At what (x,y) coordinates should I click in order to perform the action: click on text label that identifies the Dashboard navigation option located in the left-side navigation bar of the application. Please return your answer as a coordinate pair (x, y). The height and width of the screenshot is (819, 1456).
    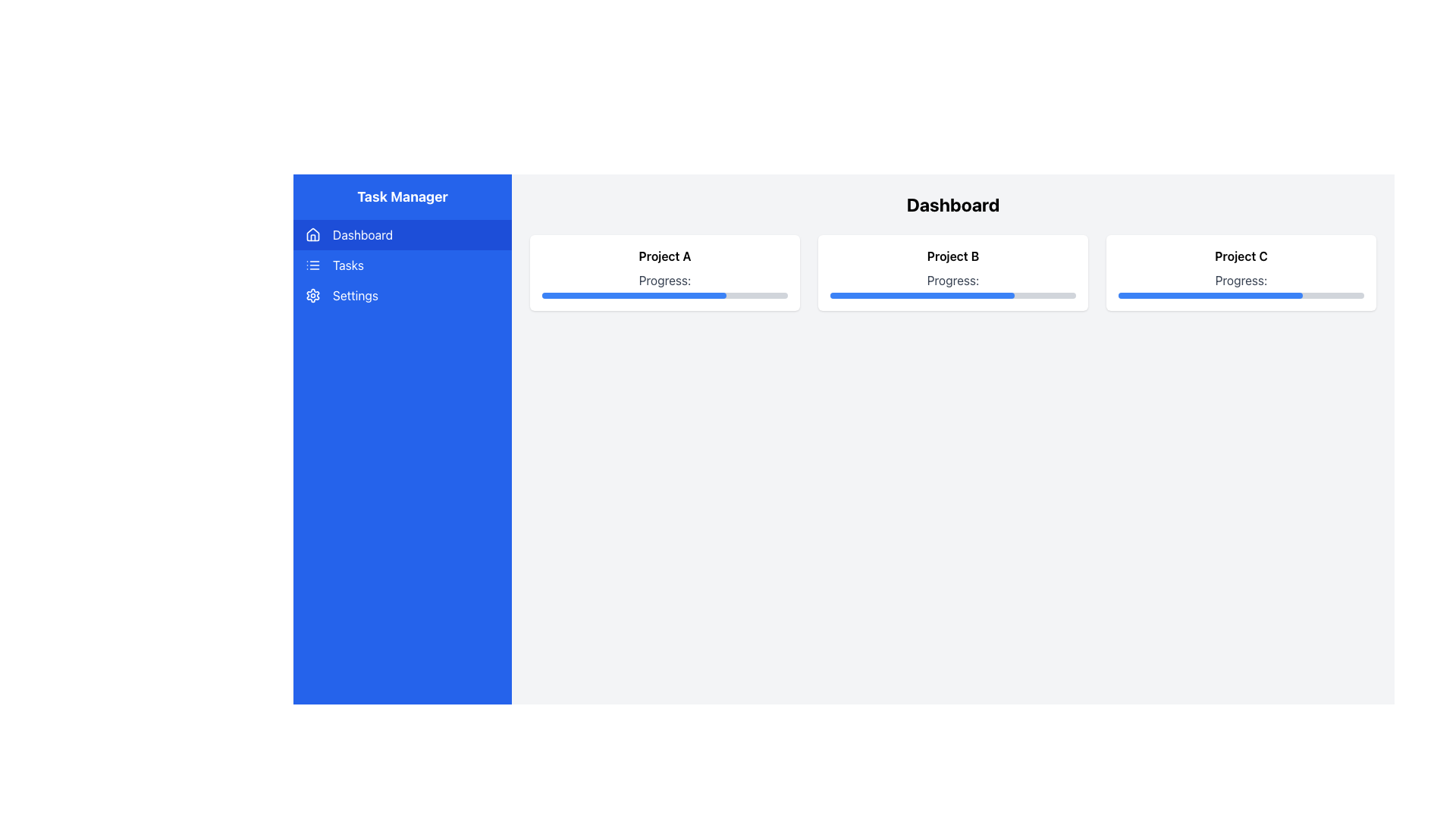
    Looking at the image, I should click on (362, 234).